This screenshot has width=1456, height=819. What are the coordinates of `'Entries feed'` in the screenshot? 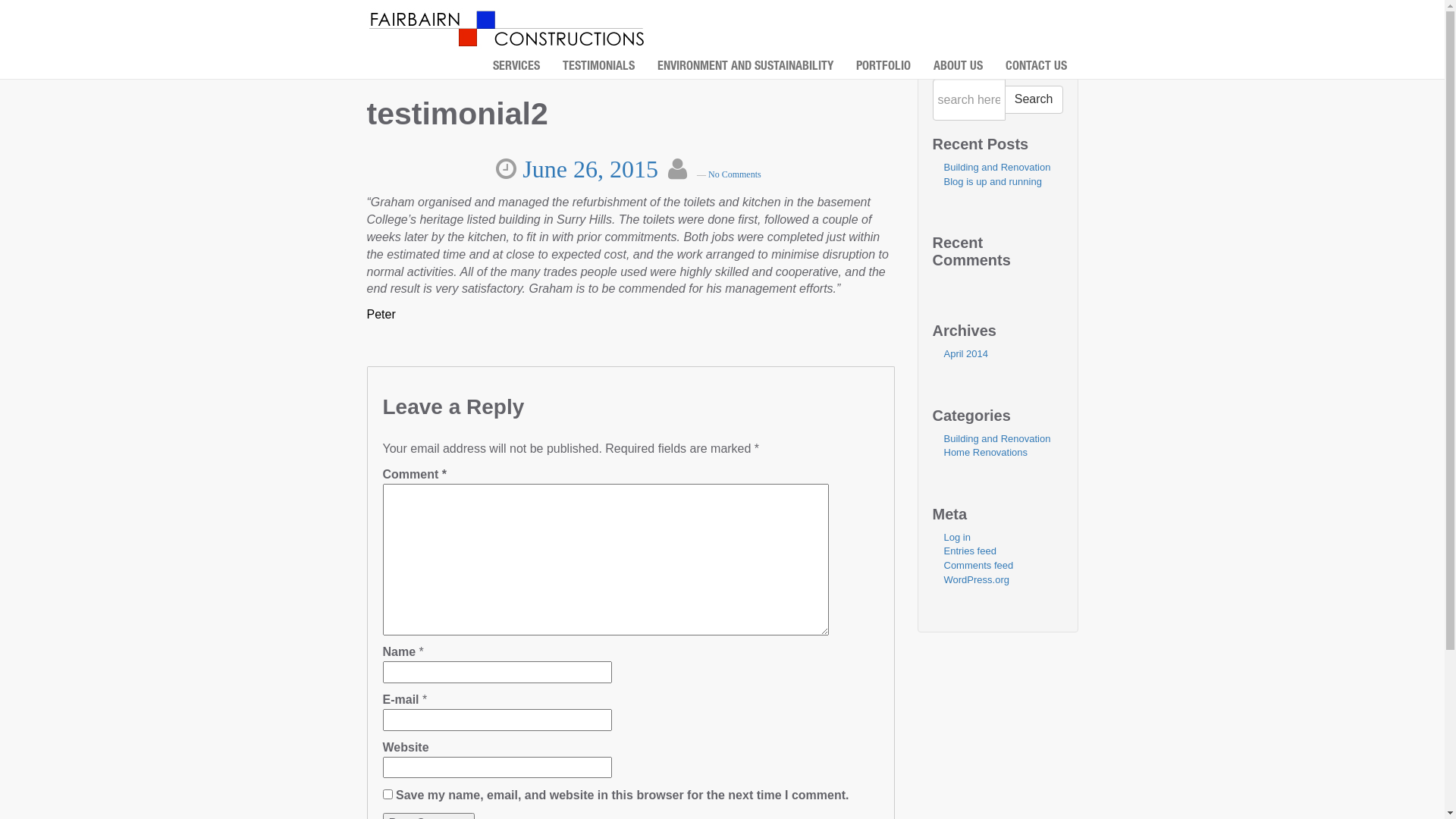 It's located at (968, 551).